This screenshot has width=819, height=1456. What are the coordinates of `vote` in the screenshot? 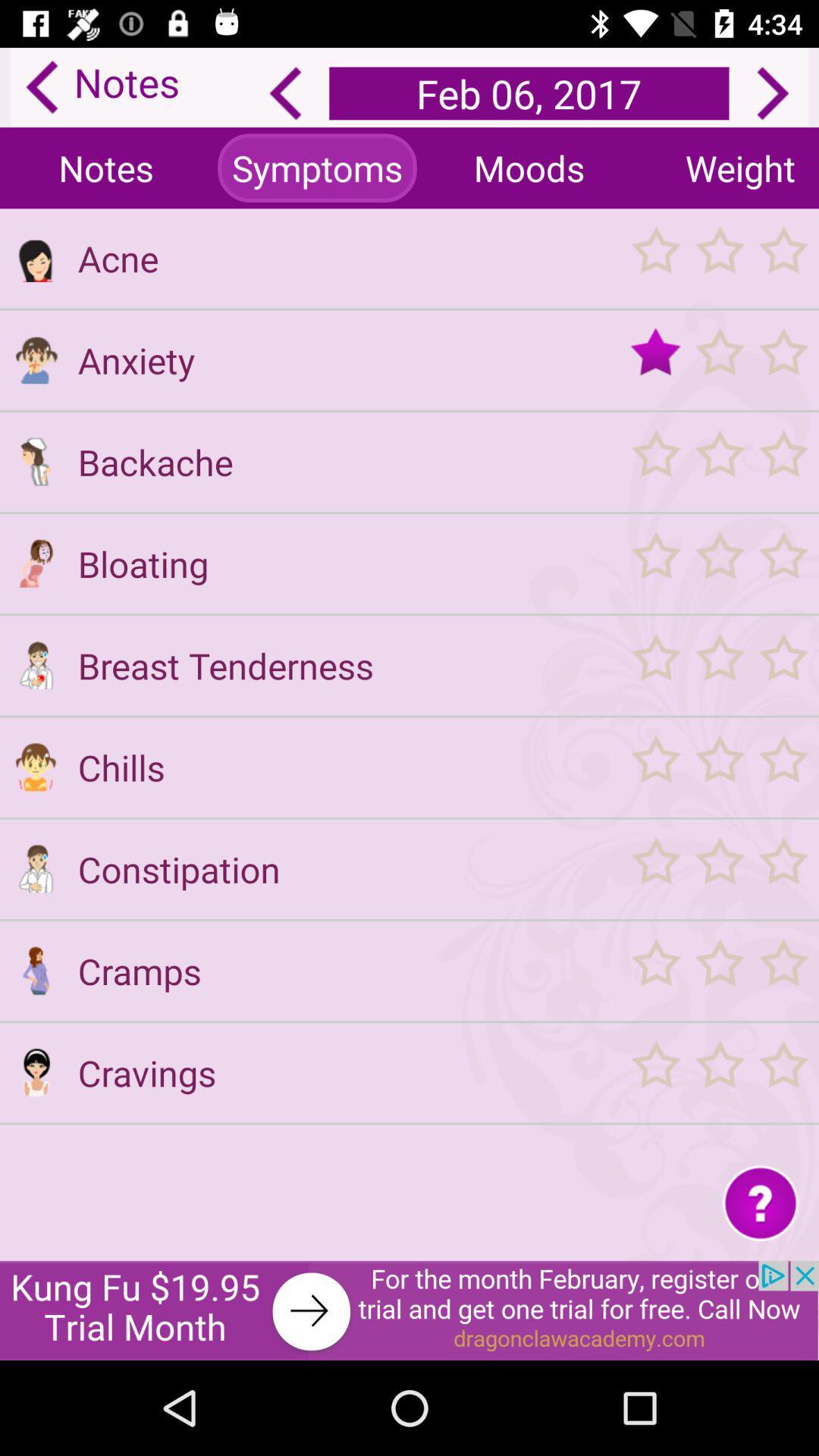 It's located at (718, 461).